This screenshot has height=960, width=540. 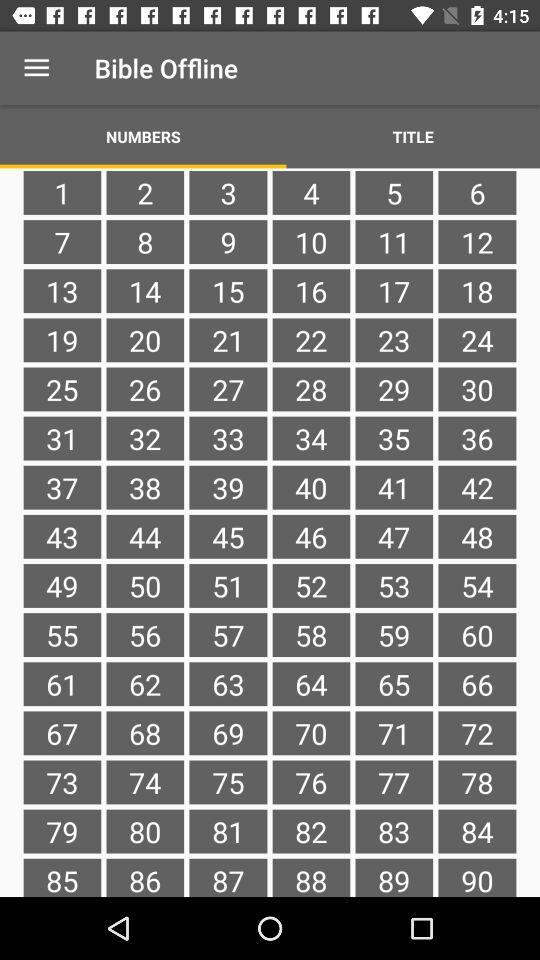 What do you see at coordinates (394, 634) in the screenshot?
I see `the item next to 54` at bounding box center [394, 634].